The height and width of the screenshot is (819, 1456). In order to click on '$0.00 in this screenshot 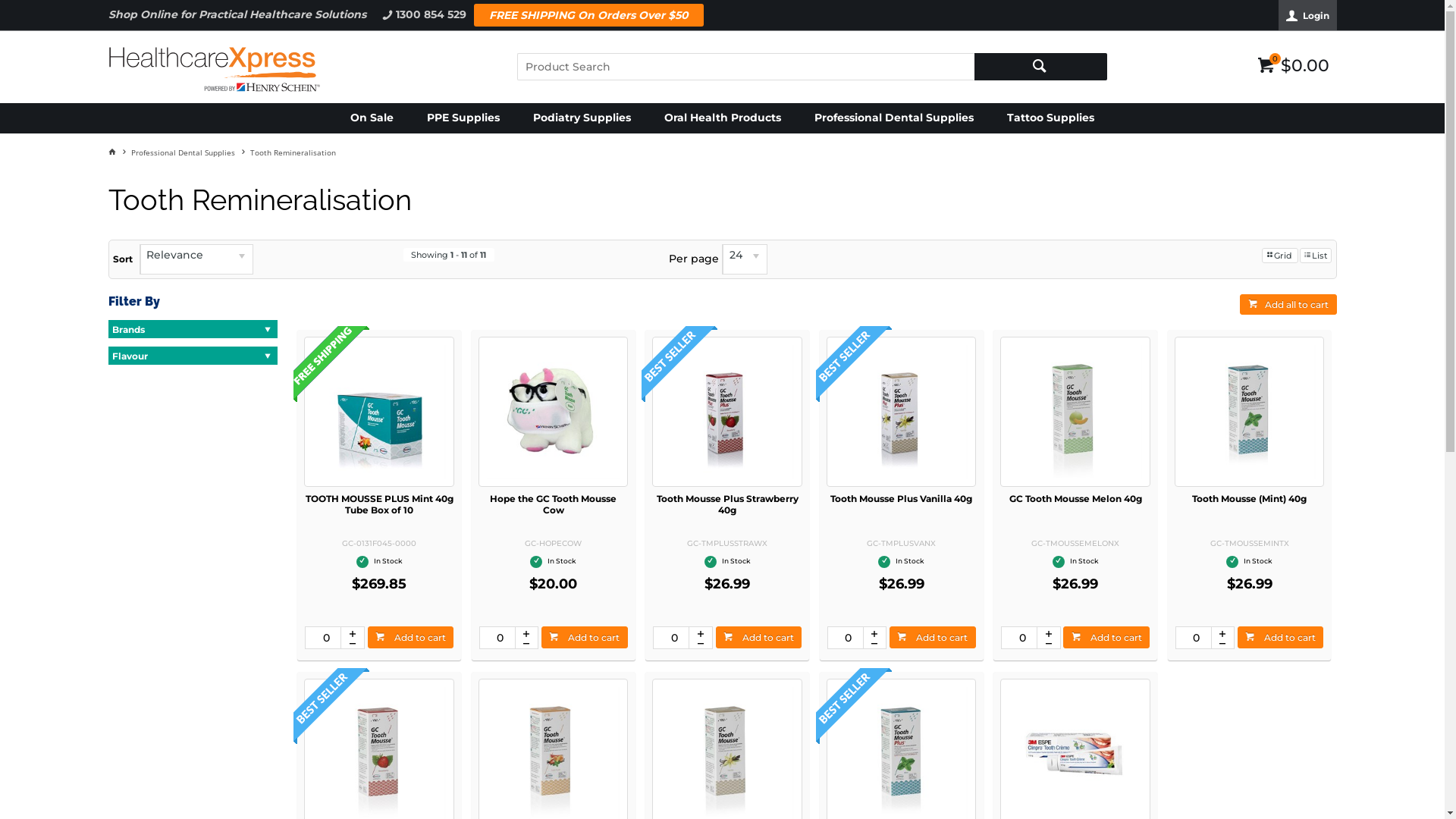, I will do `click(1292, 62)`.